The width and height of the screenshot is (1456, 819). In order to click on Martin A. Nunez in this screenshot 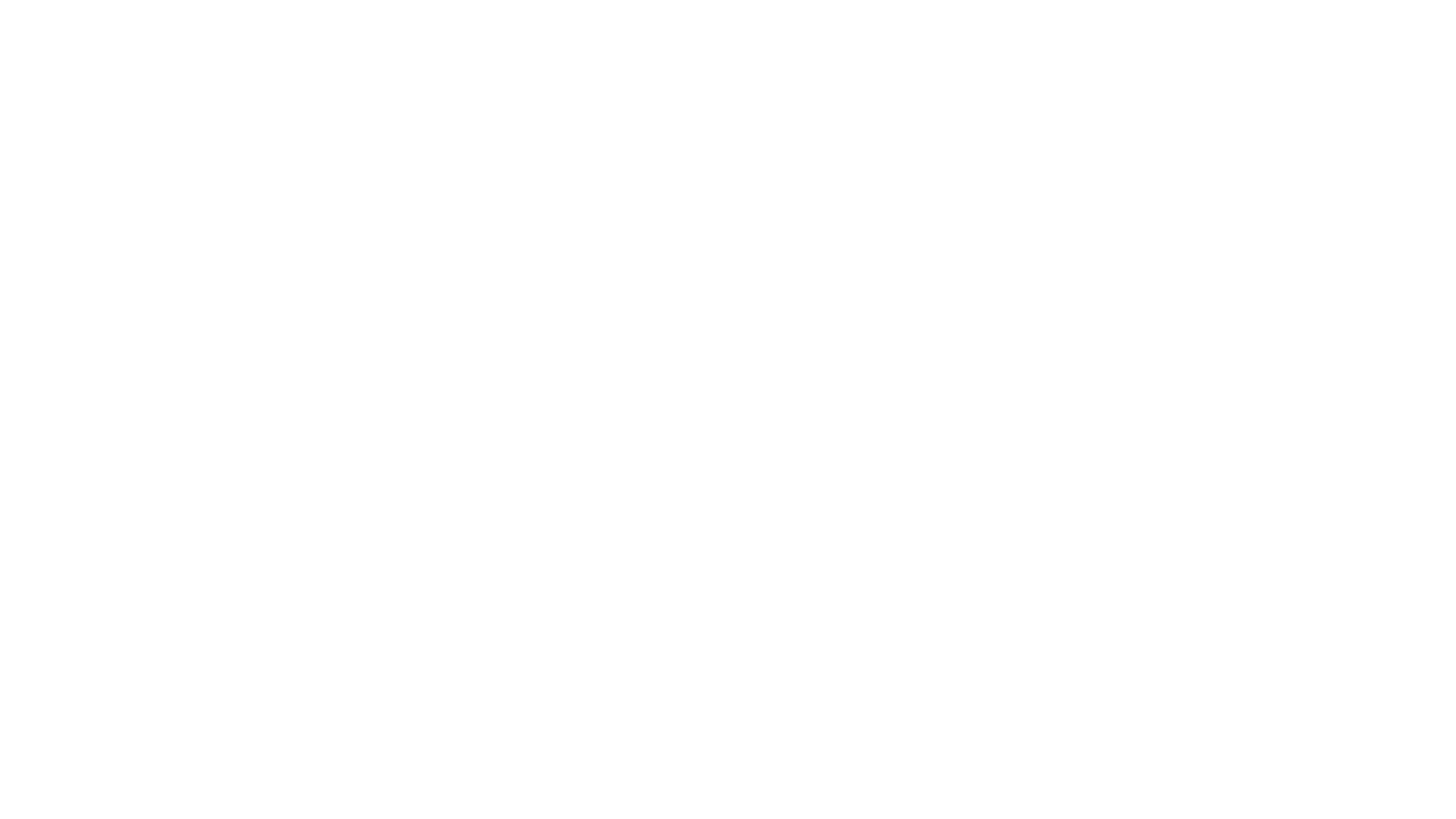, I will do `click(270, 197)`.